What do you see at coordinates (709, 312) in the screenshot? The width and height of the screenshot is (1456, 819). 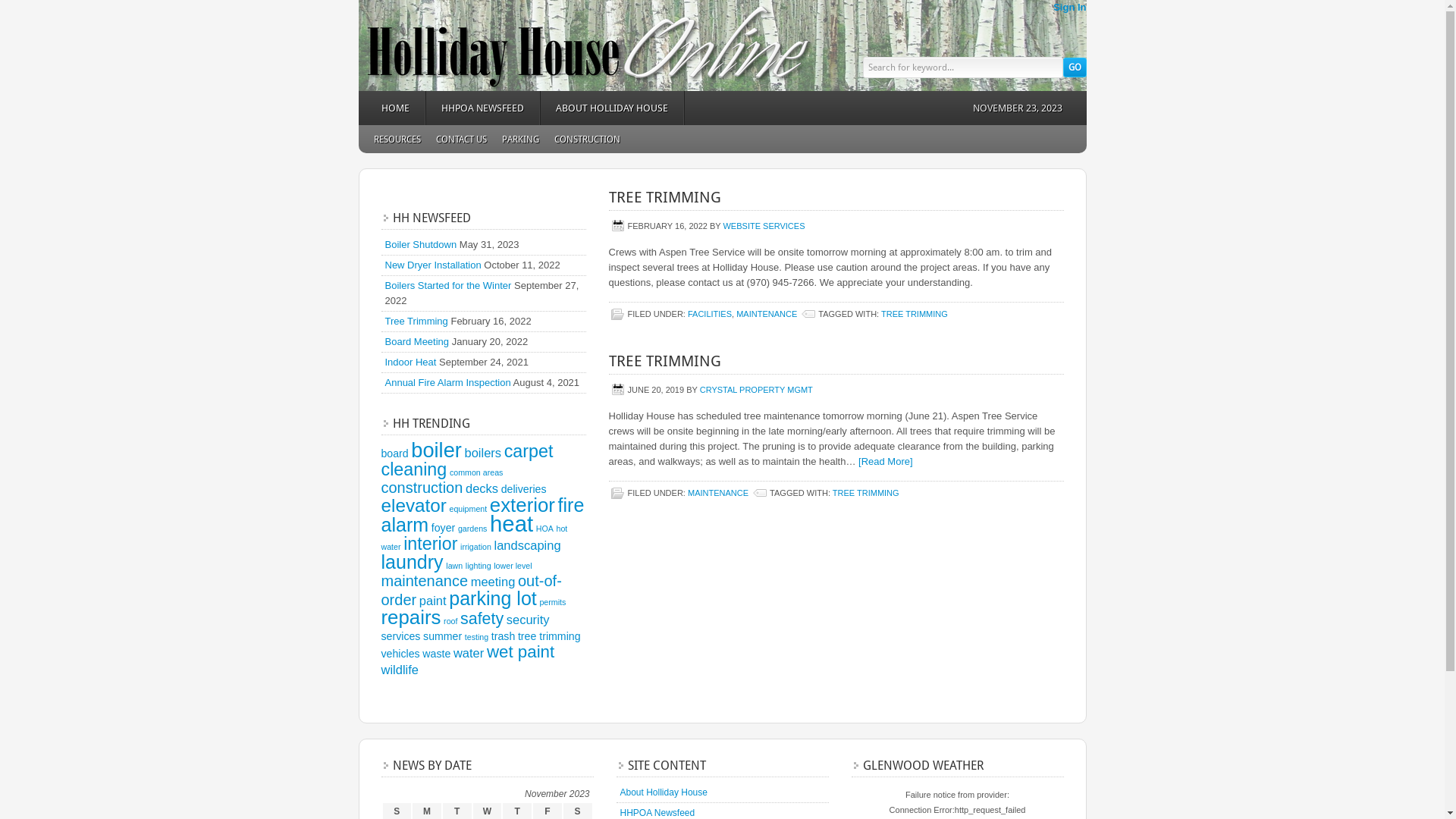 I see `'FACILITIES'` at bounding box center [709, 312].